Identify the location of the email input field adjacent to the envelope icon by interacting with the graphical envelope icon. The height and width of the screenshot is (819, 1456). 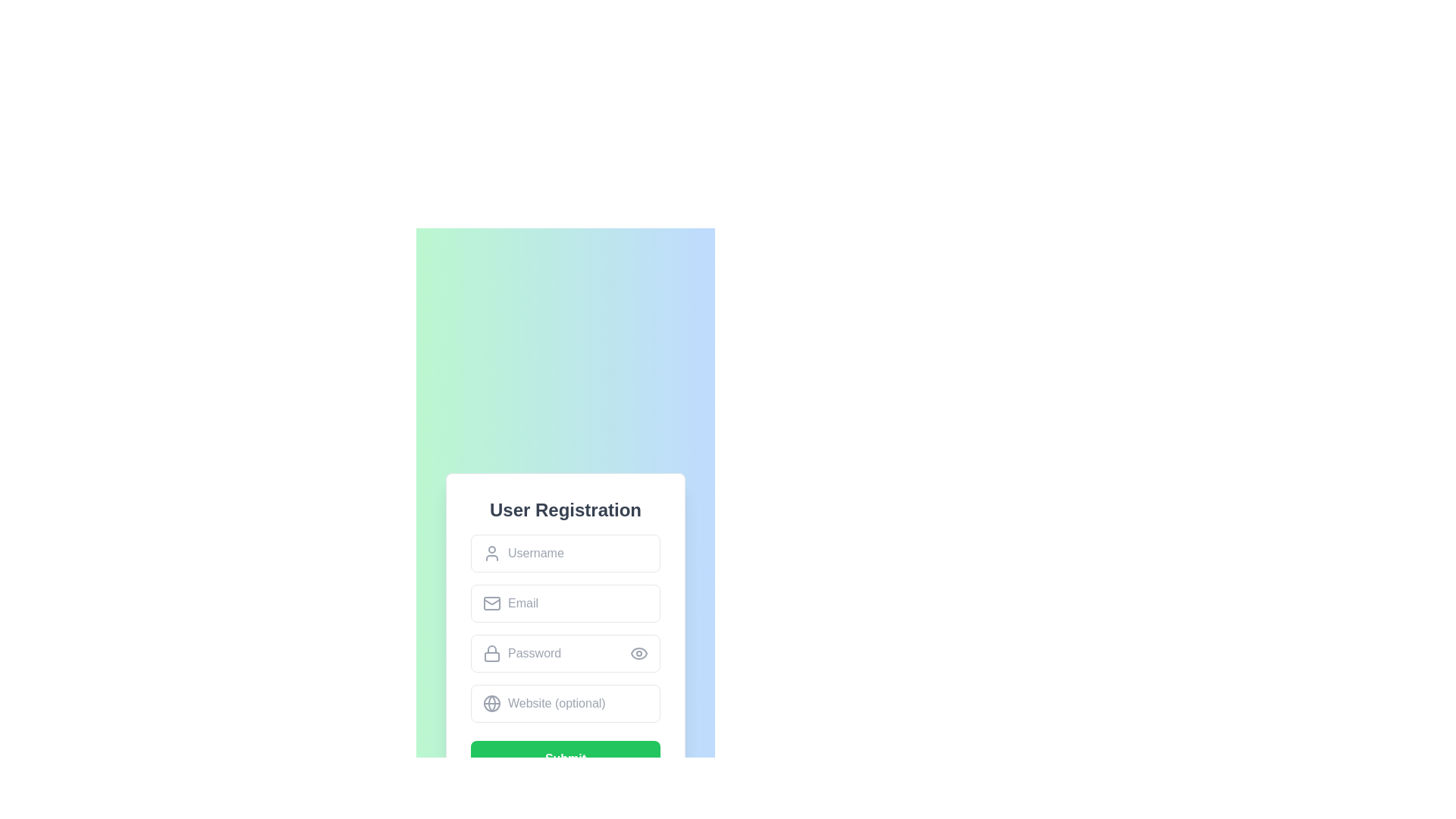
(491, 601).